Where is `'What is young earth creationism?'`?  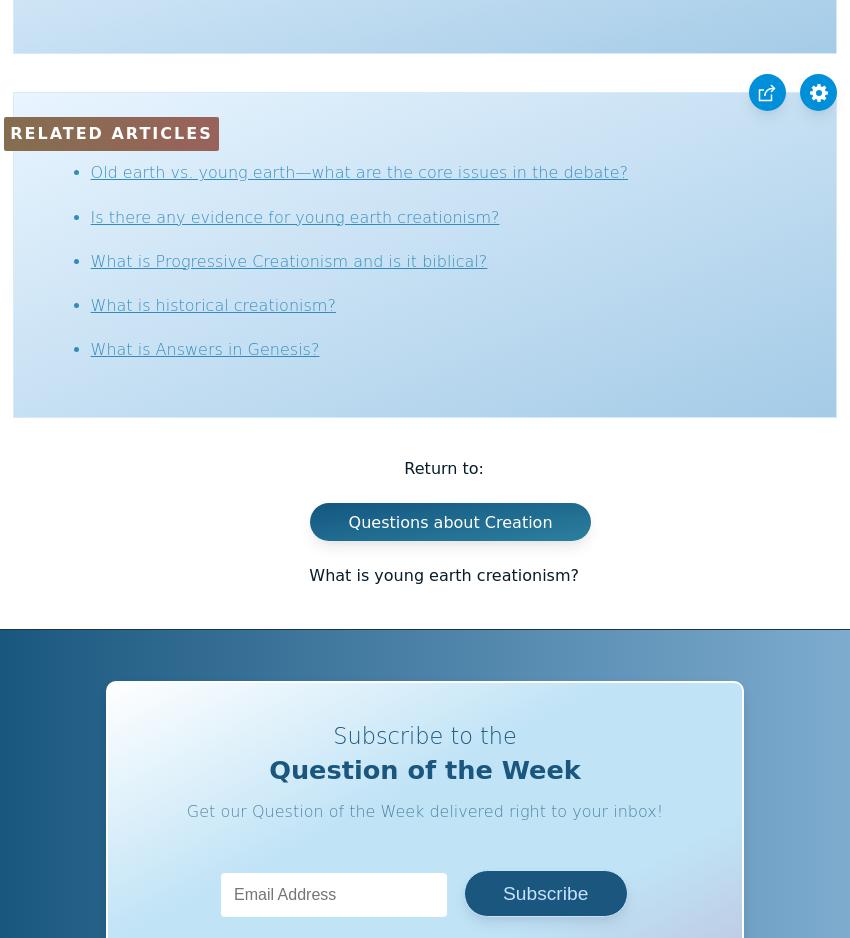 'What is young earth creationism?' is located at coordinates (443, 574).